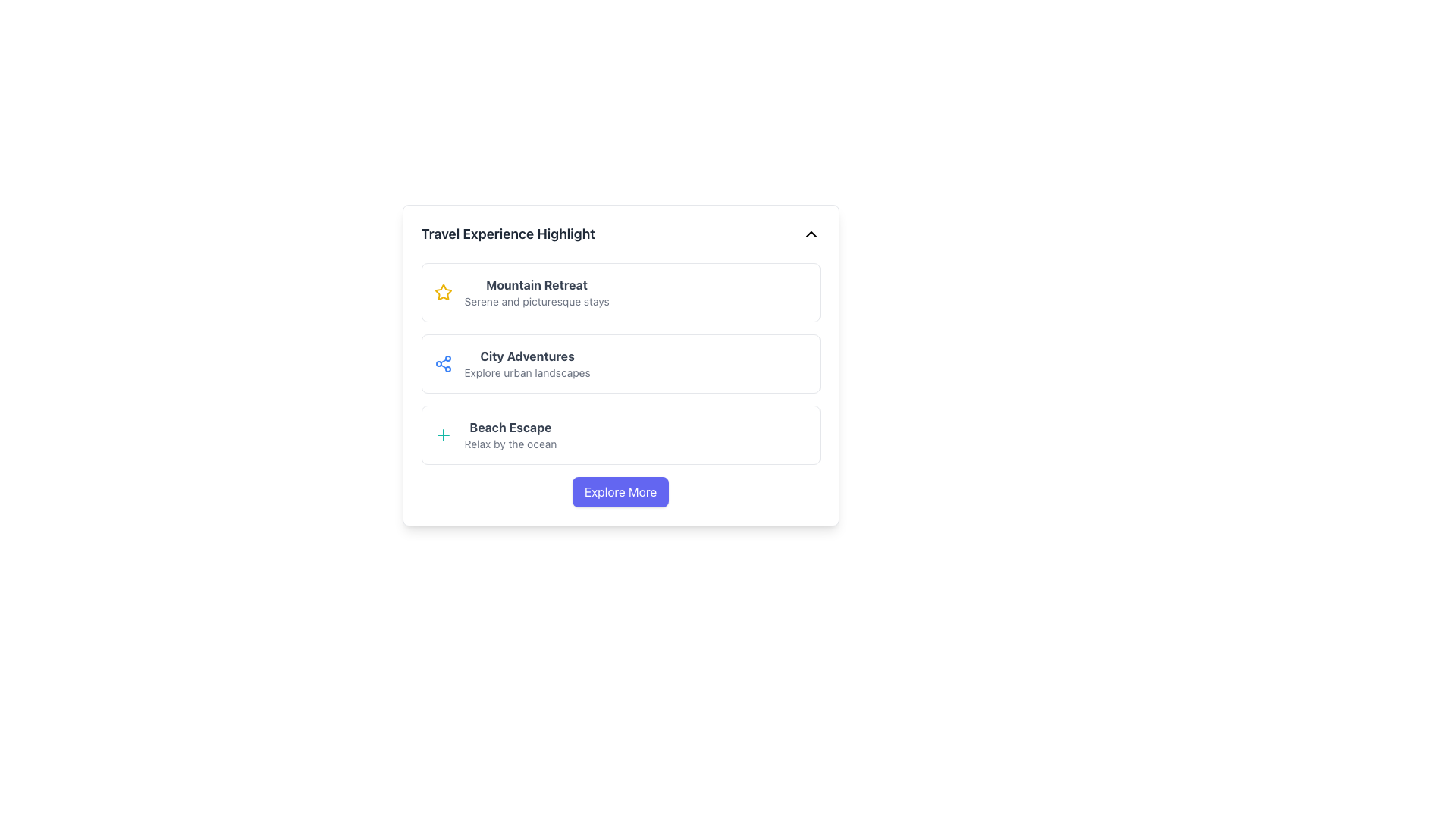  What do you see at coordinates (442, 363) in the screenshot?
I see `the small blue icon resembling a connected node or share symbol located in the top-left corner of the card labeled 'City Adventures: Explore urban landscapes'` at bounding box center [442, 363].